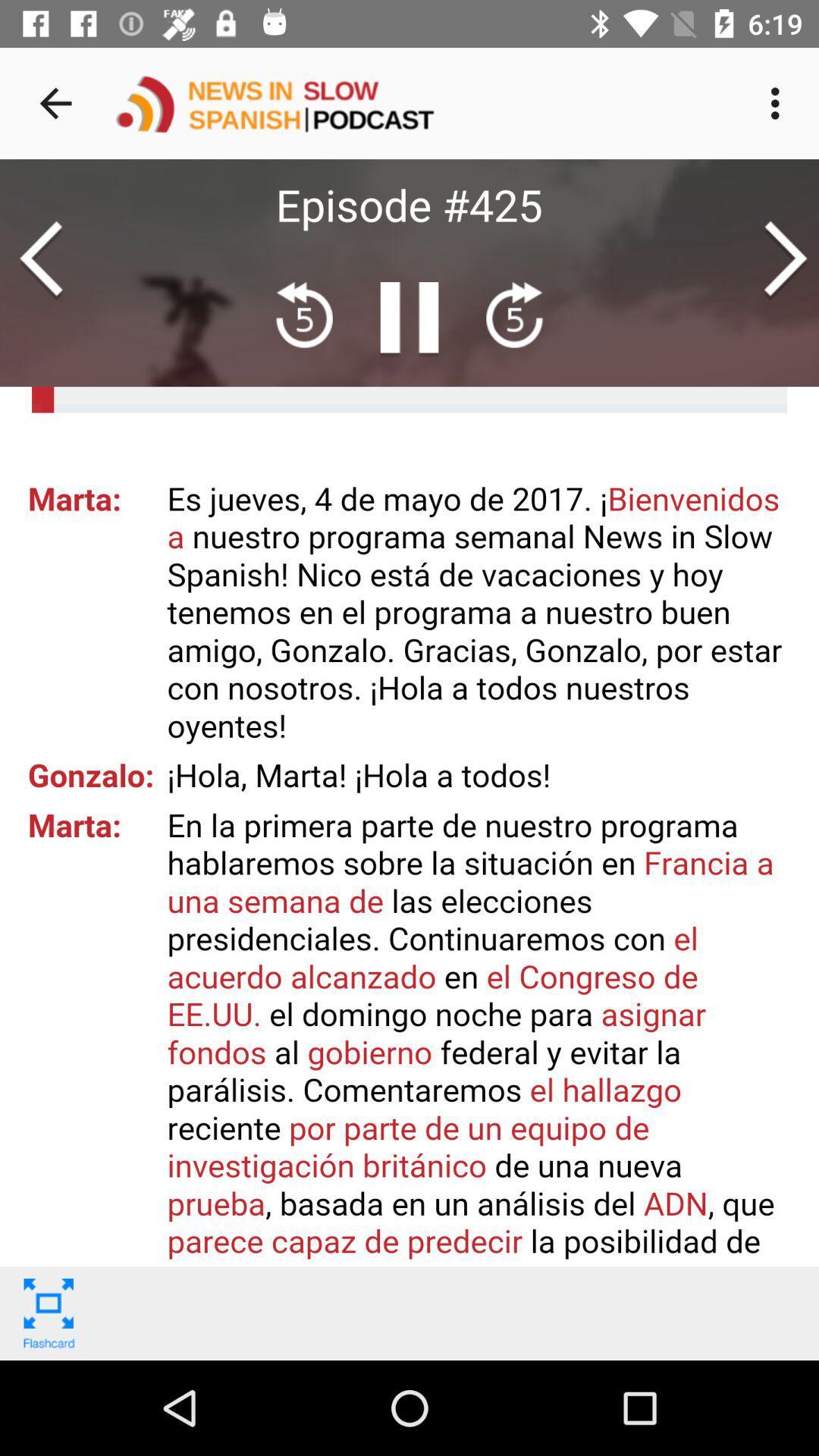 The height and width of the screenshot is (1456, 819). Describe the element at coordinates (304, 315) in the screenshot. I see `the av_rewind icon` at that location.